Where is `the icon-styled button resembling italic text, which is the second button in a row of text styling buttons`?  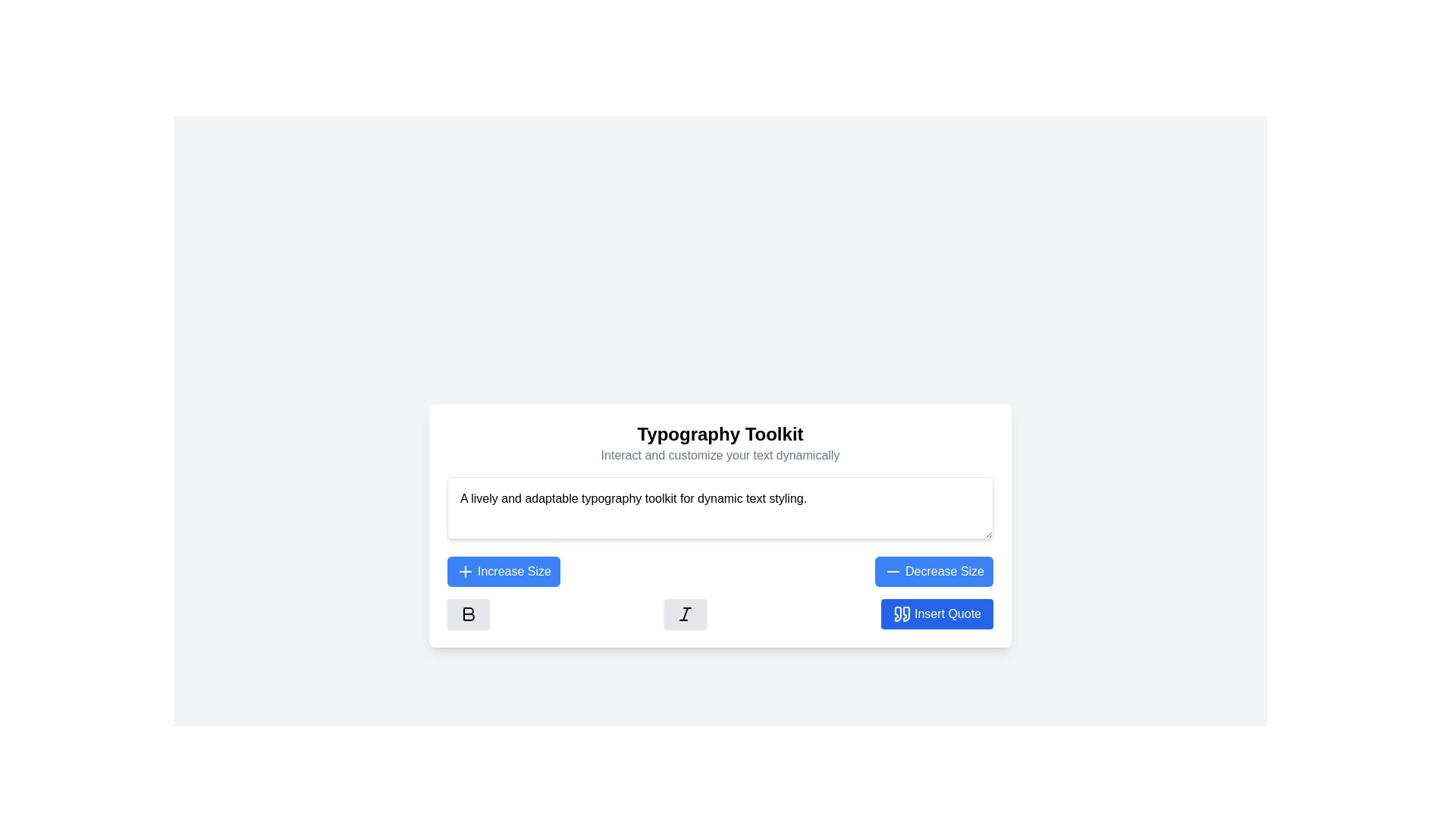 the icon-styled button resembling italic text, which is the second button in a row of text styling buttons is located at coordinates (684, 613).